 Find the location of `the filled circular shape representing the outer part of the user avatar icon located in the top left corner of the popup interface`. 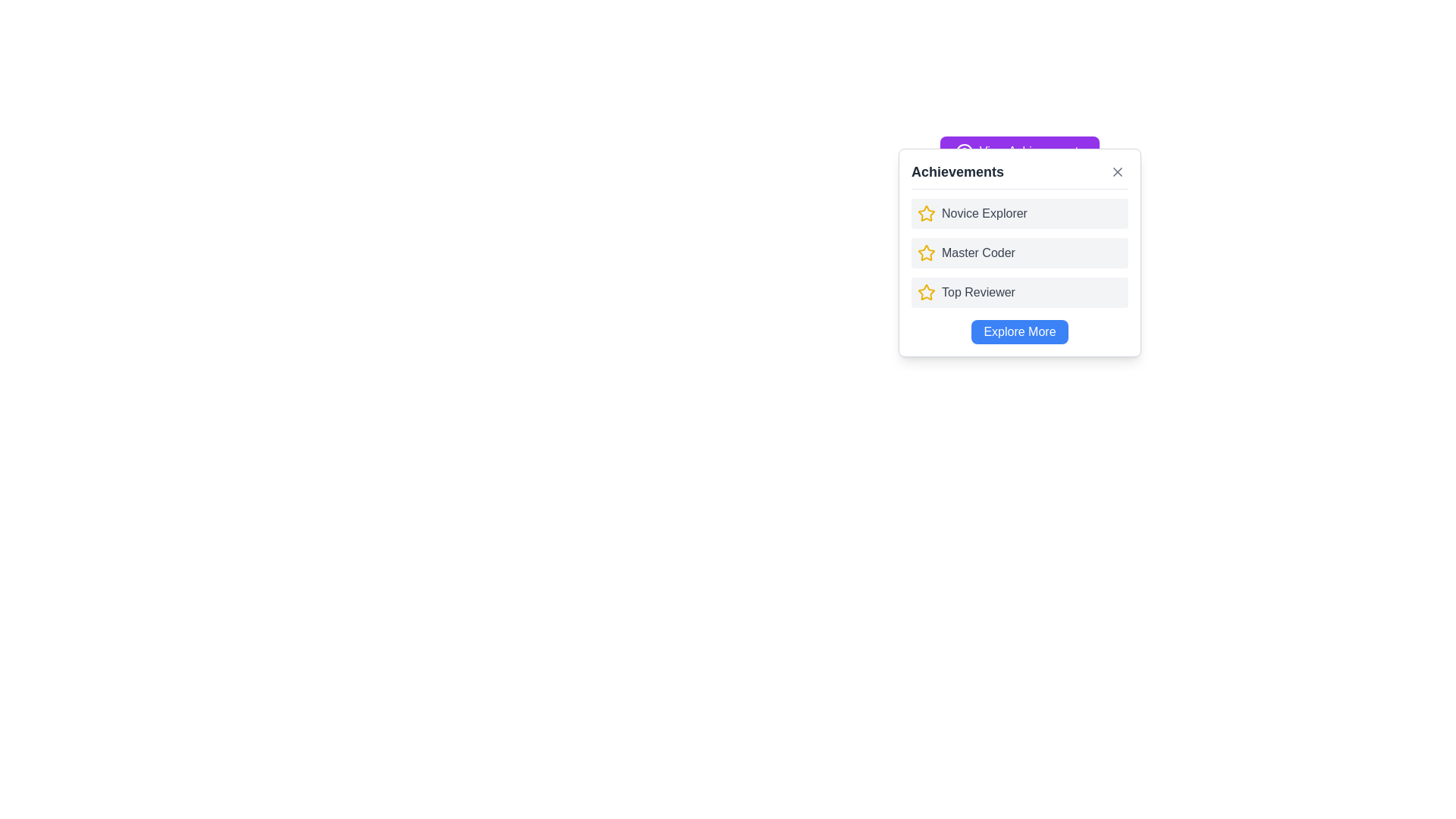

the filled circular shape representing the outer part of the user avatar icon located in the top left corner of the popup interface is located at coordinates (963, 152).